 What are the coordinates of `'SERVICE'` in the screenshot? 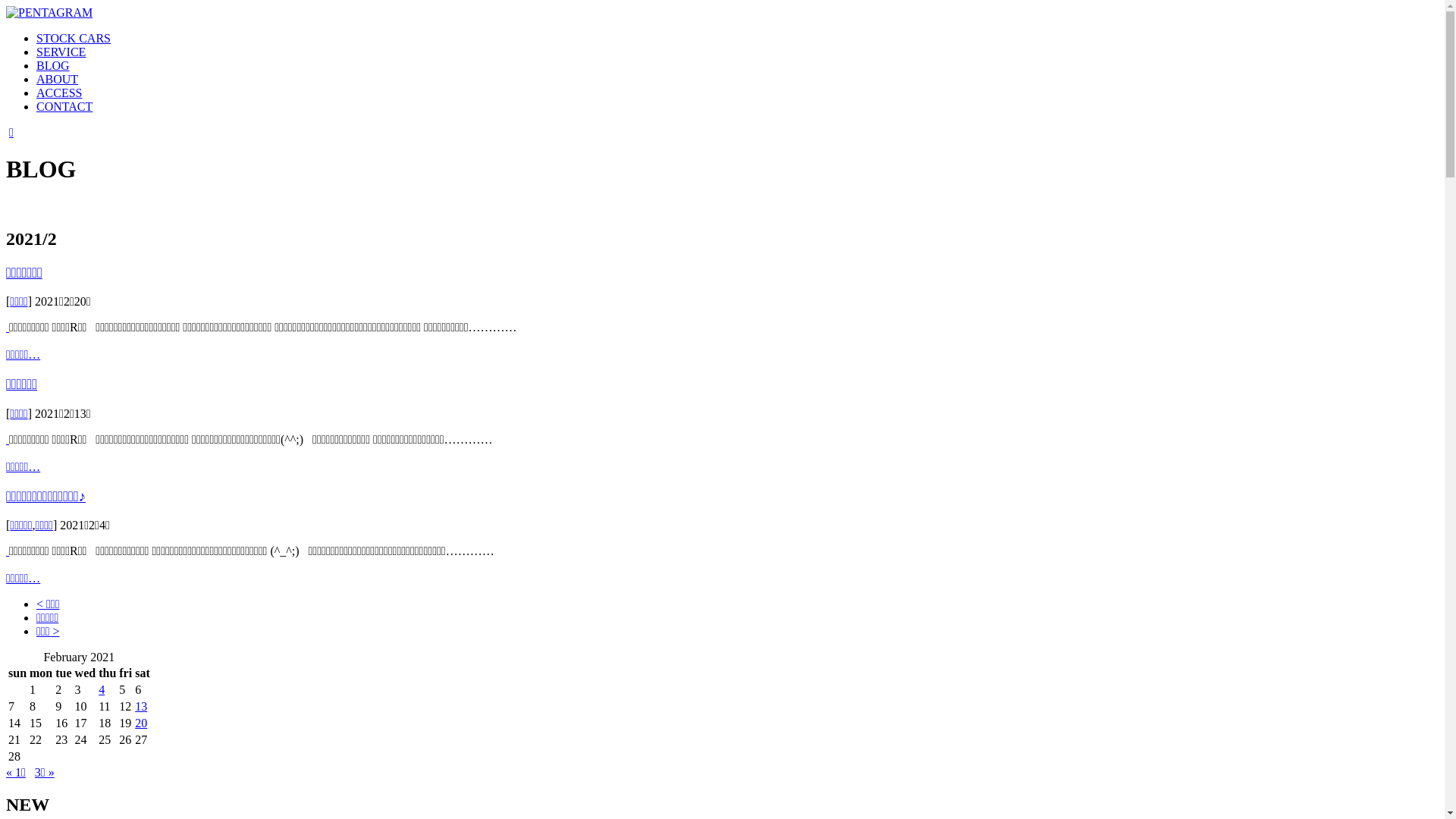 It's located at (61, 51).